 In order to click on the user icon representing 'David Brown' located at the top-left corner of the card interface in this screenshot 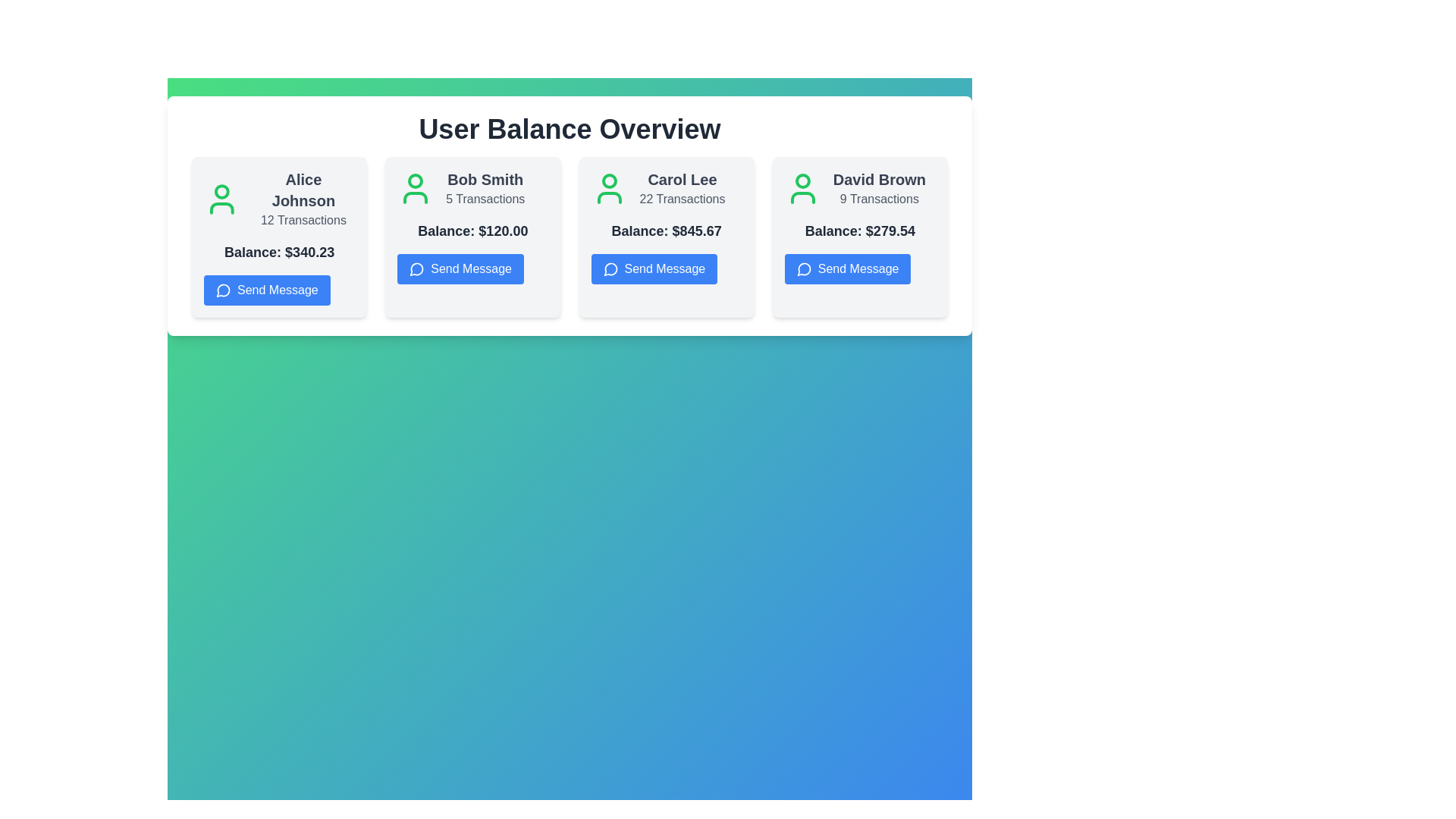, I will do `click(802, 188)`.